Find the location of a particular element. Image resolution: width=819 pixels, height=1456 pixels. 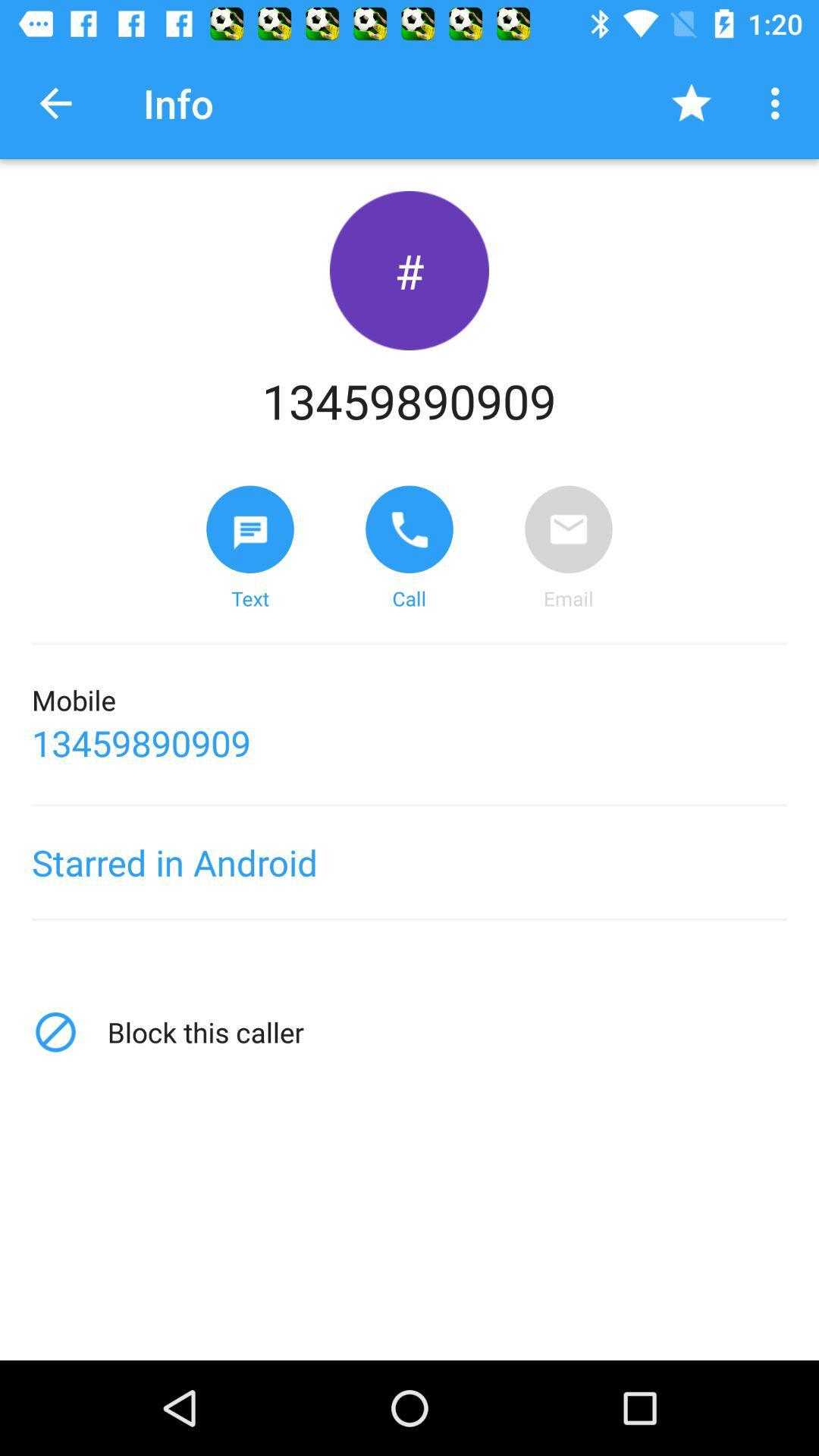

the item to the left of info icon is located at coordinates (55, 102).